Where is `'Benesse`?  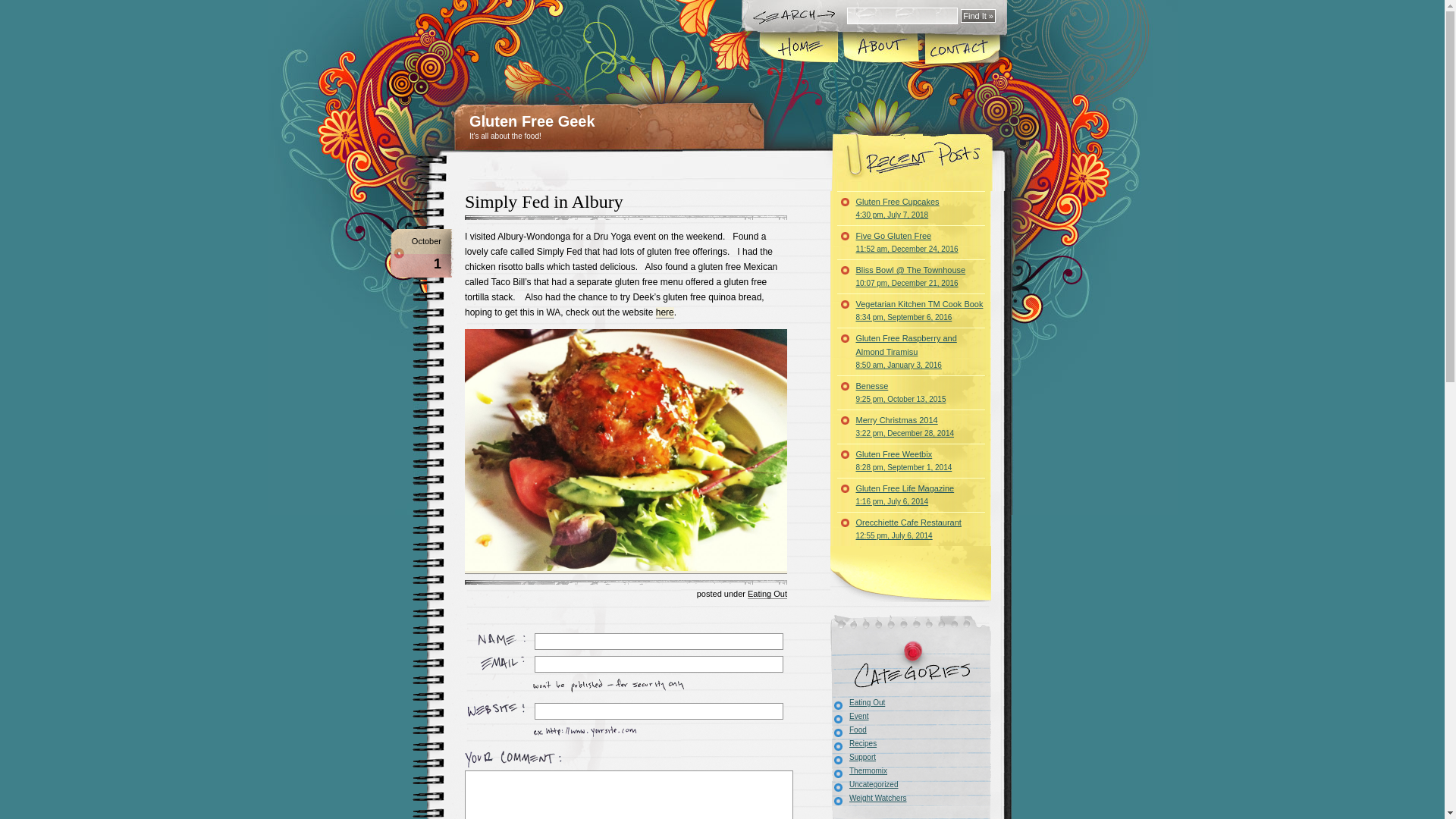 'Benesse is located at coordinates (836, 391).